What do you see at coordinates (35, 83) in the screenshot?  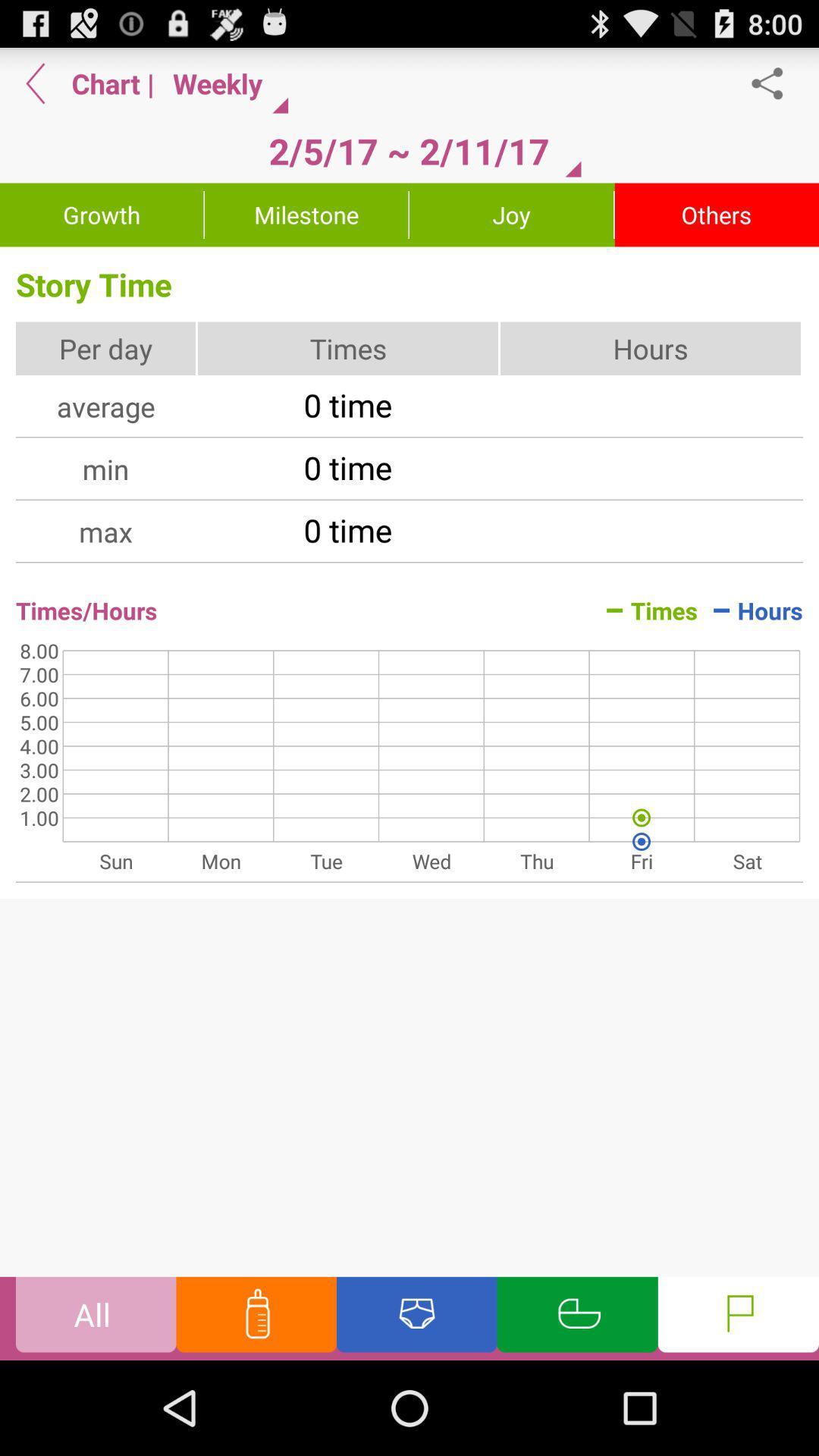 I see `the icon above growth button` at bounding box center [35, 83].